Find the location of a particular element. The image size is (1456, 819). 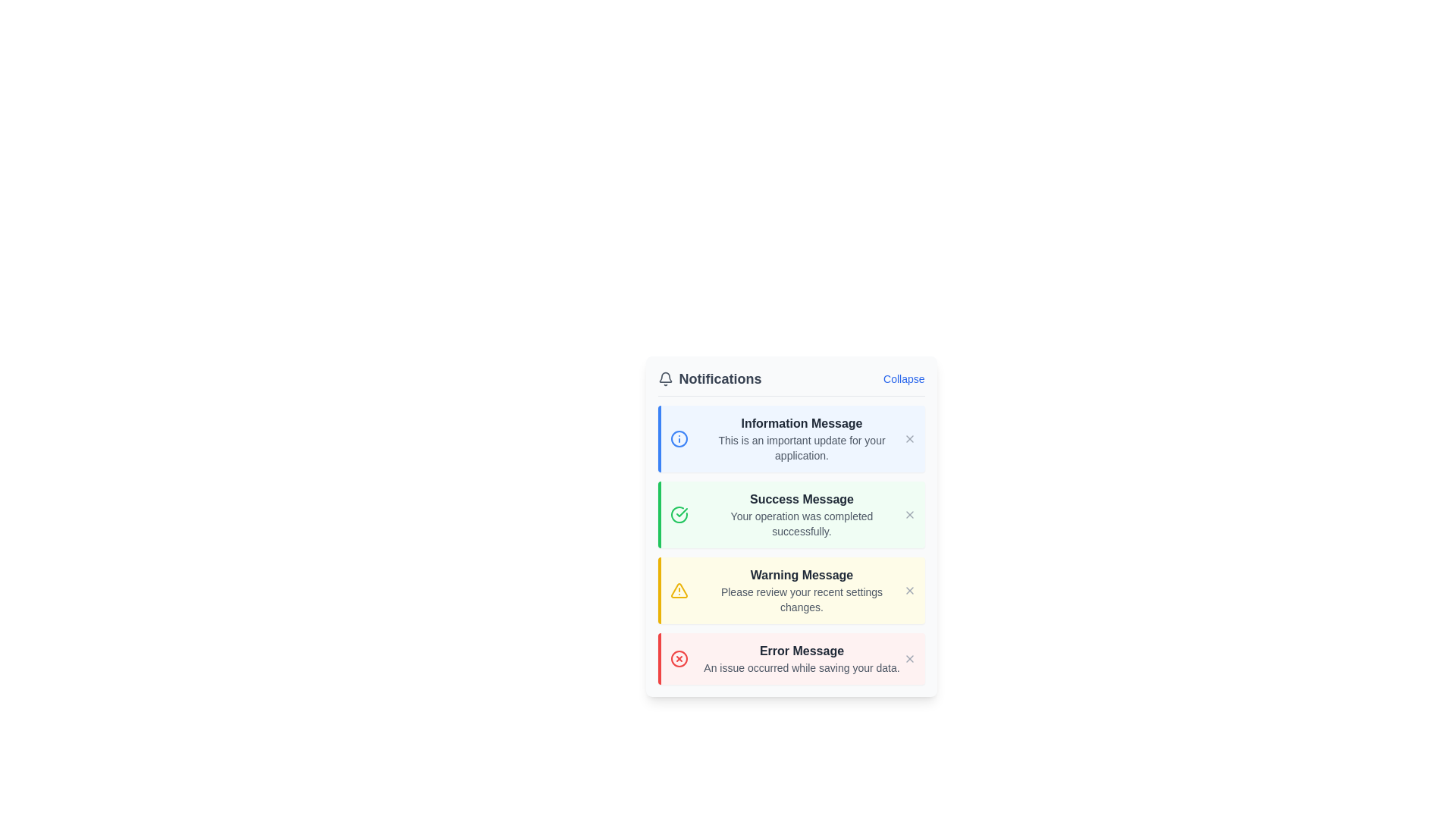

the Text Label at the top of the notification list is located at coordinates (801, 424).